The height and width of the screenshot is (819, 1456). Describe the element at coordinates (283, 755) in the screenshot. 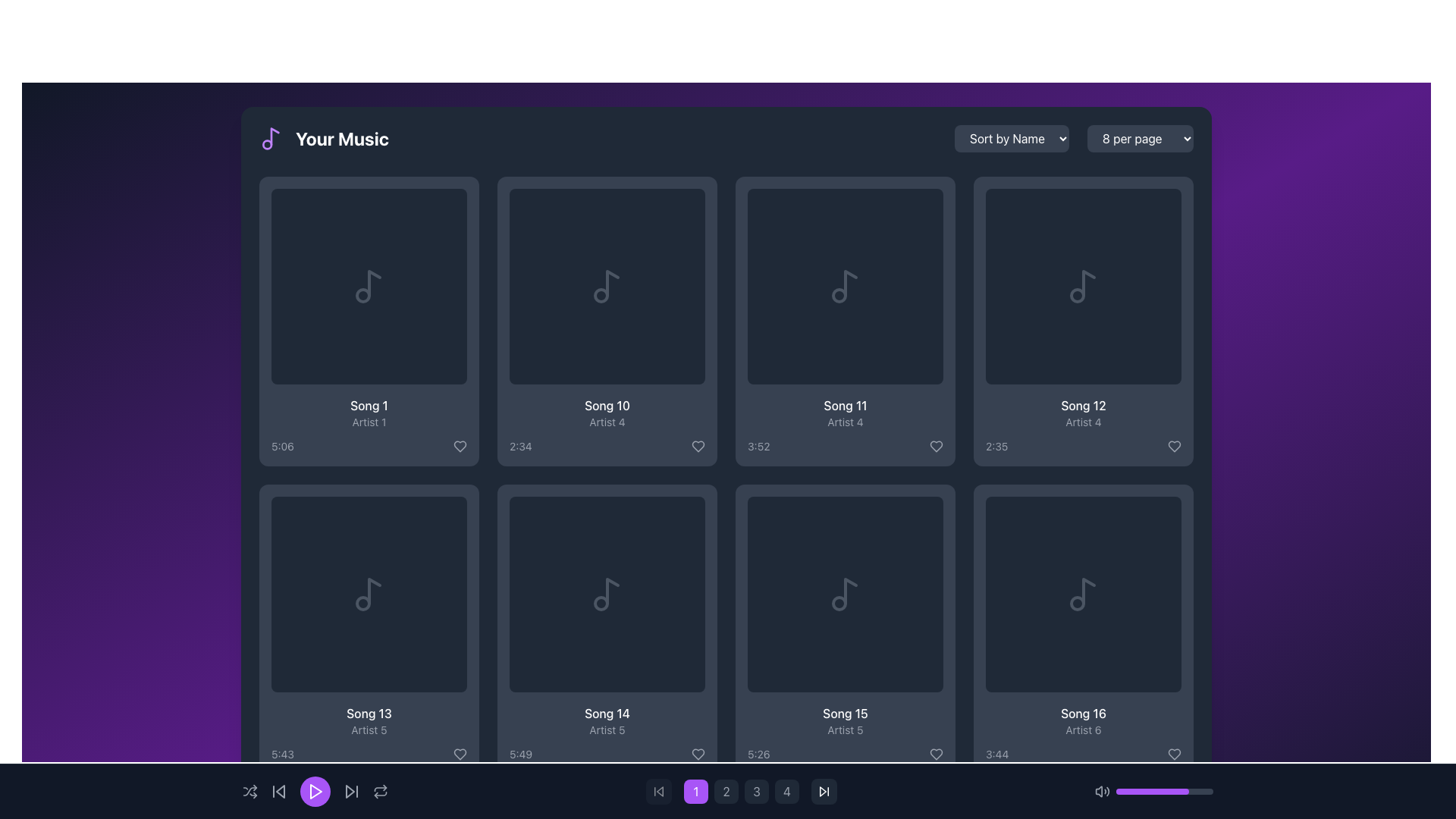

I see `the text label displaying the duration of the associated song located at the bottom-left of the card for 'Song 13' and 'Artist 5', to the left of the heart icon` at that location.